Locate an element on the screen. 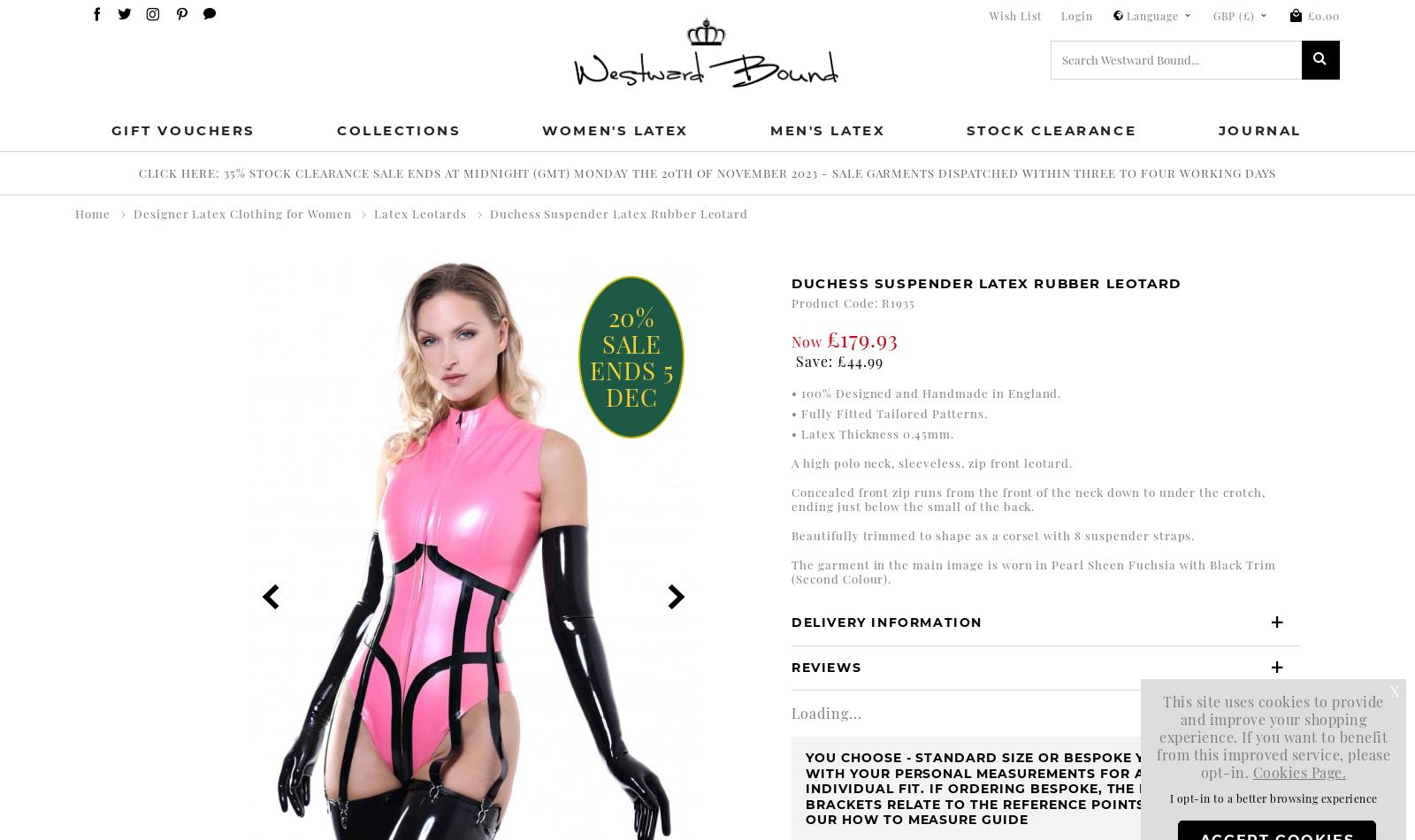  'X' is located at coordinates (1394, 690).